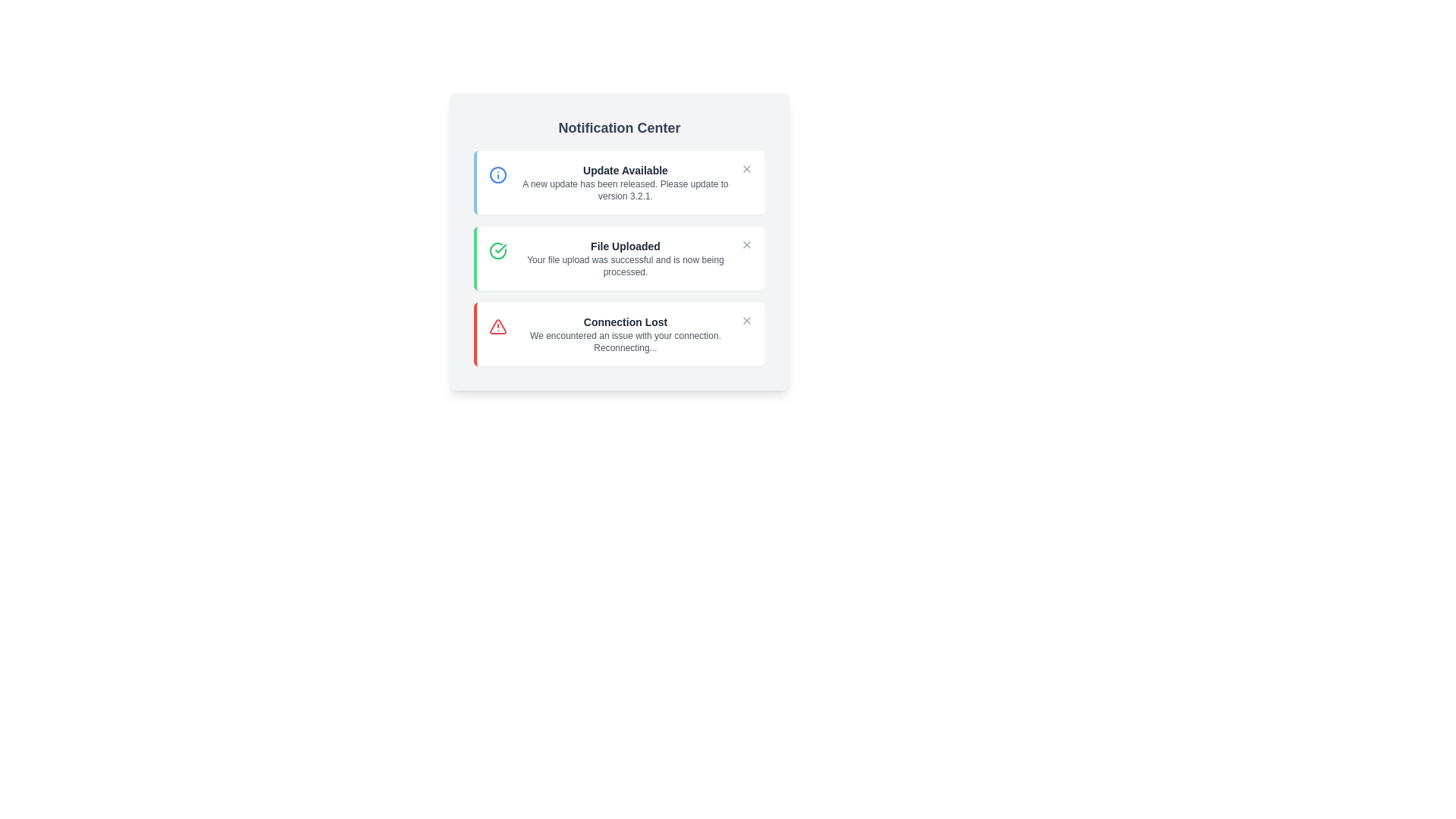 This screenshot has width=1456, height=819. I want to click on message displayed in the third notification entry of the notification center box, which notifies the user about a connection issue, so click(619, 333).